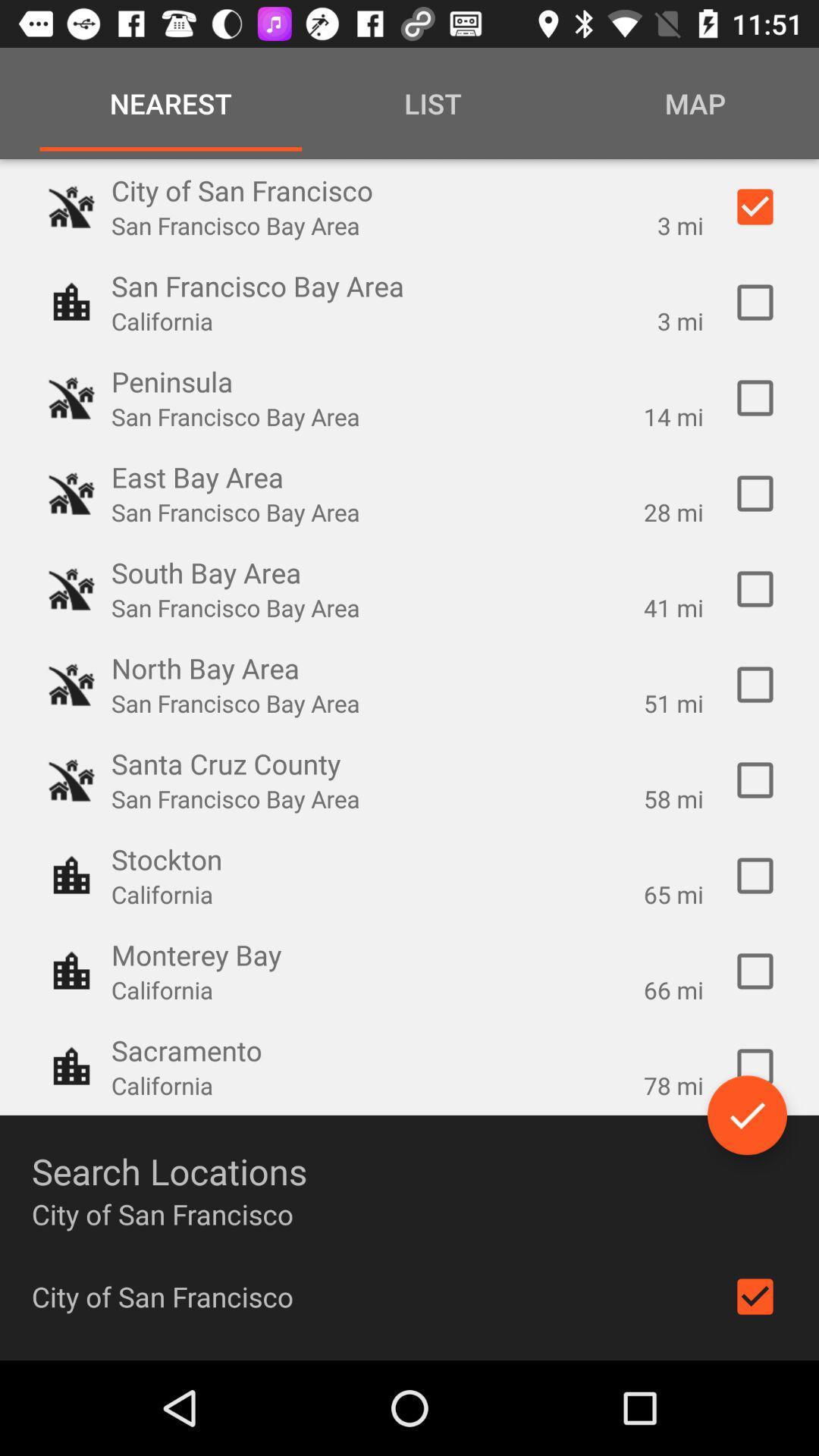 The height and width of the screenshot is (1456, 819). Describe the element at coordinates (755, 494) in the screenshot. I see `east bay area` at that location.